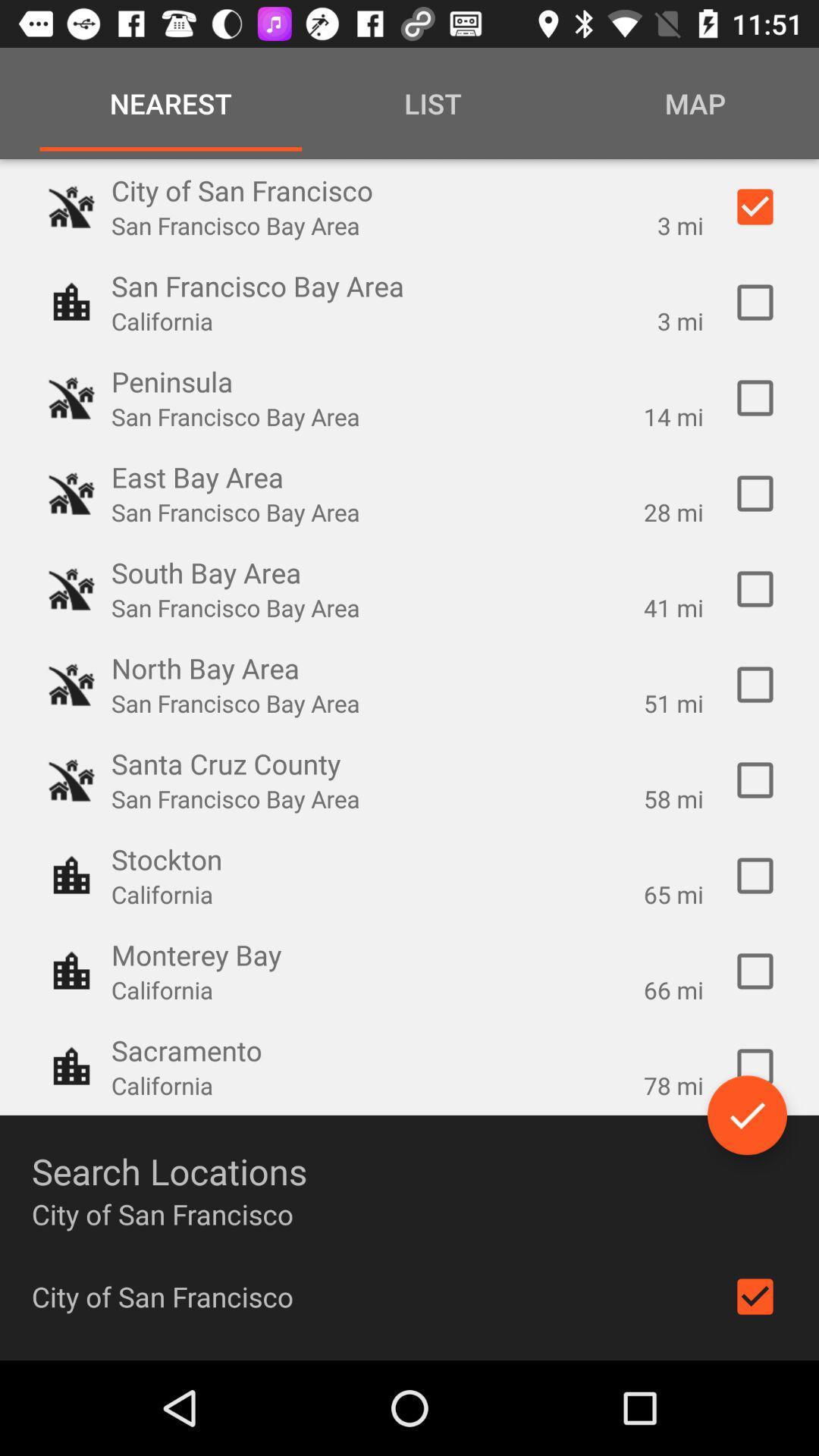 The height and width of the screenshot is (1456, 819). Describe the element at coordinates (755, 494) in the screenshot. I see `east bay area` at that location.